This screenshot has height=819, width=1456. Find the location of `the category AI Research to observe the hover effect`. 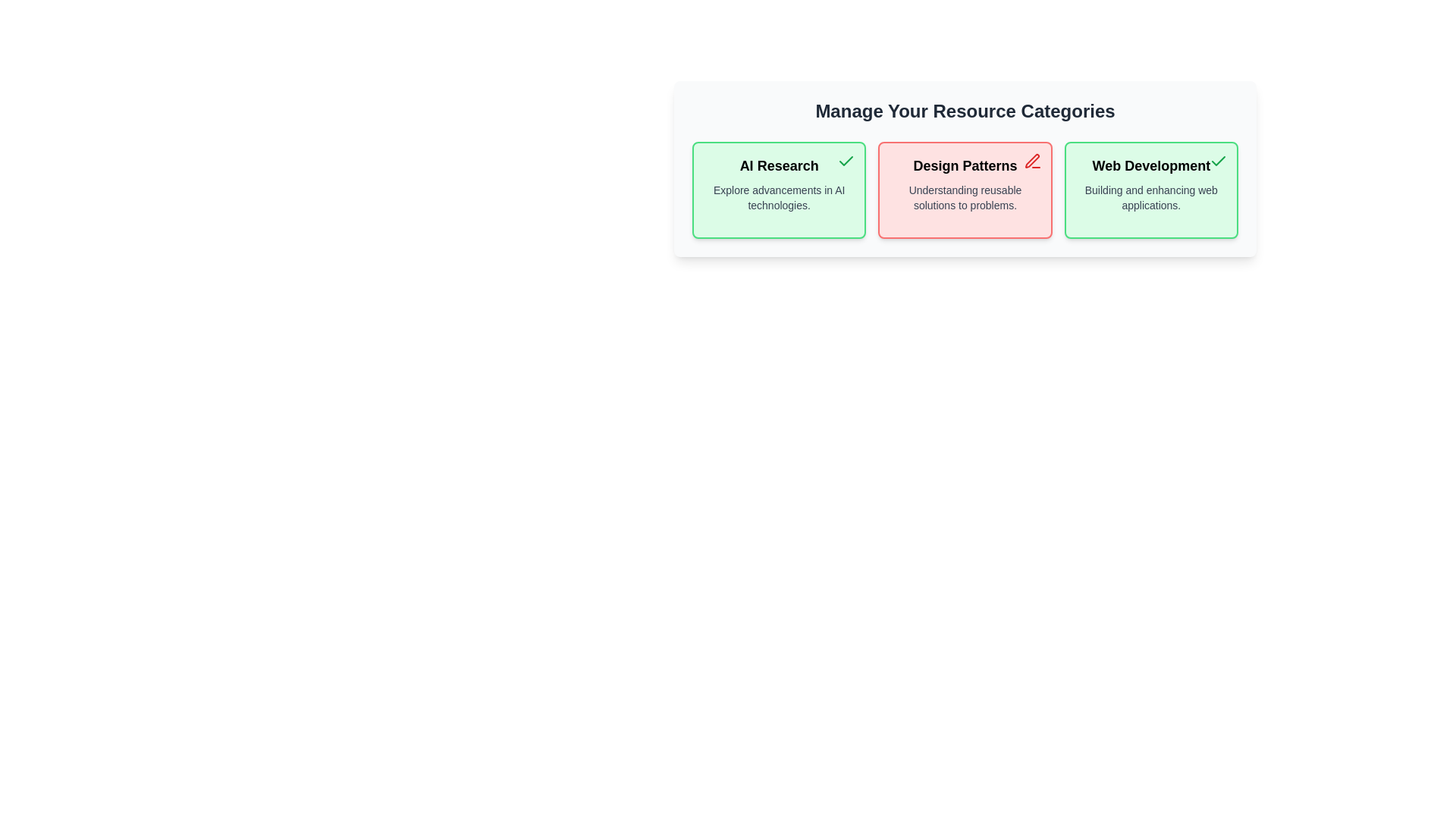

the category AI Research to observe the hover effect is located at coordinates (779, 189).